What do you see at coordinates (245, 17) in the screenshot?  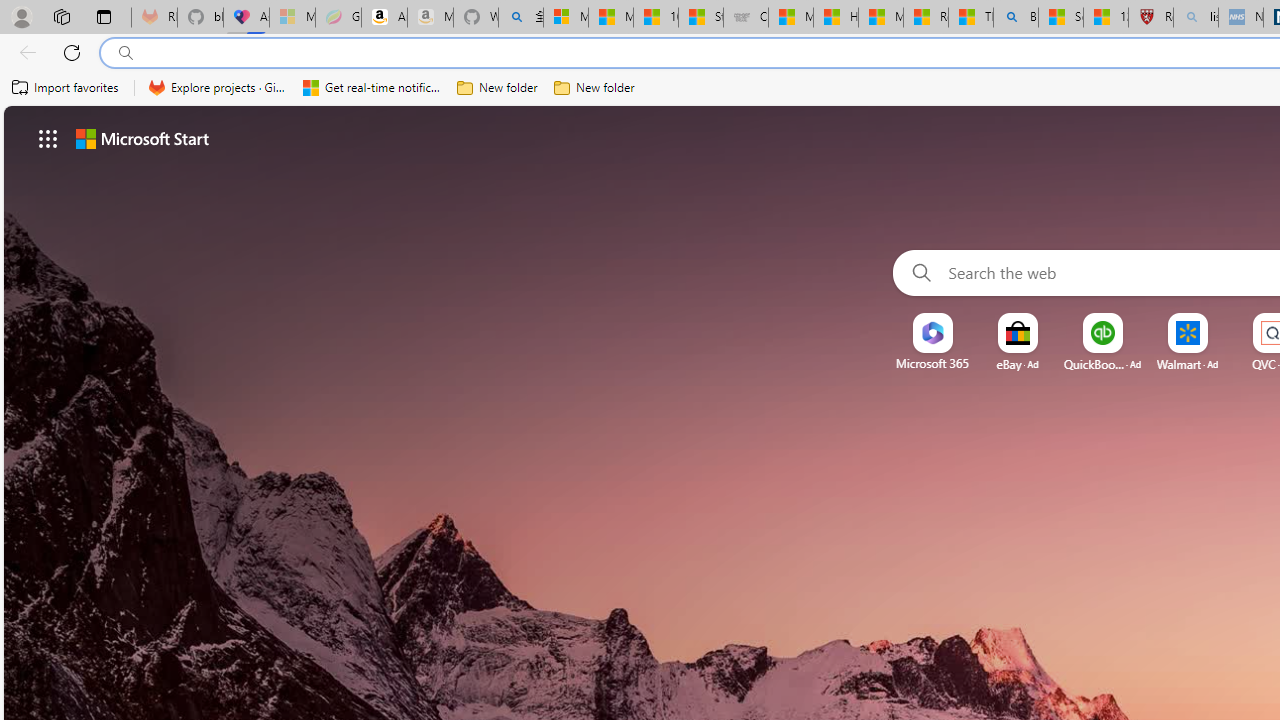 I see `'Asthma Inhalers: Names and Types'` at bounding box center [245, 17].